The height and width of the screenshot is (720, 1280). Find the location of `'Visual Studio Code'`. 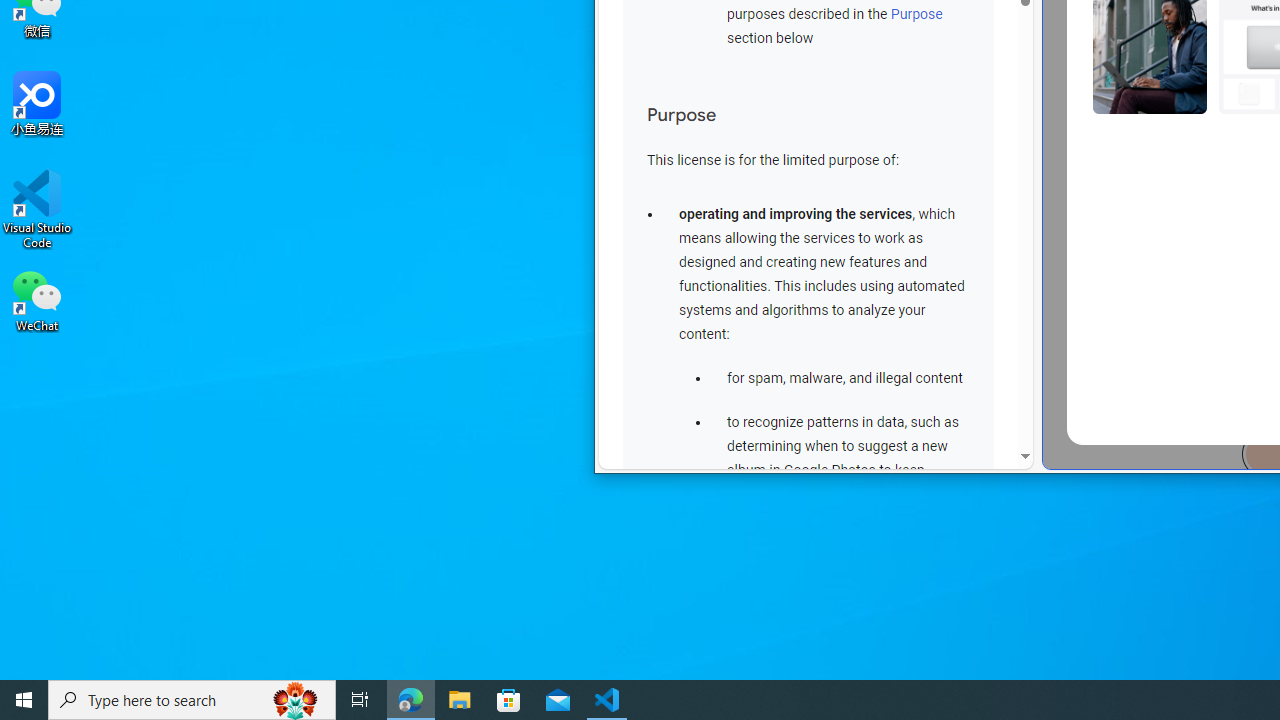

'Visual Studio Code' is located at coordinates (37, 209).